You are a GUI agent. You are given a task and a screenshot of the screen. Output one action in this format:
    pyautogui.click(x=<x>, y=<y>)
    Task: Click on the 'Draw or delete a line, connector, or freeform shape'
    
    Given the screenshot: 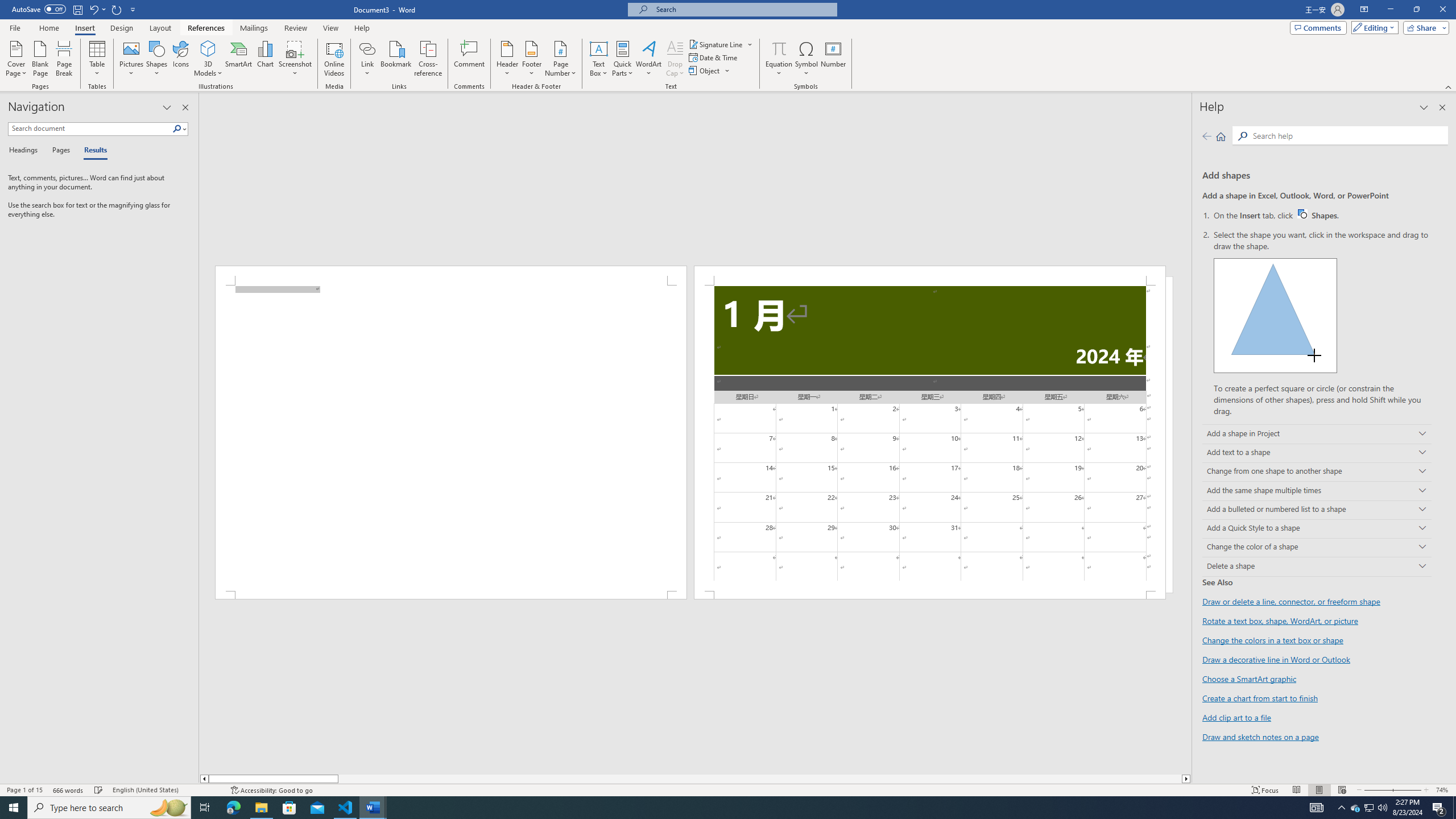 What is the action you would take?
    pyautogui.click(x=1291, y=601)
    